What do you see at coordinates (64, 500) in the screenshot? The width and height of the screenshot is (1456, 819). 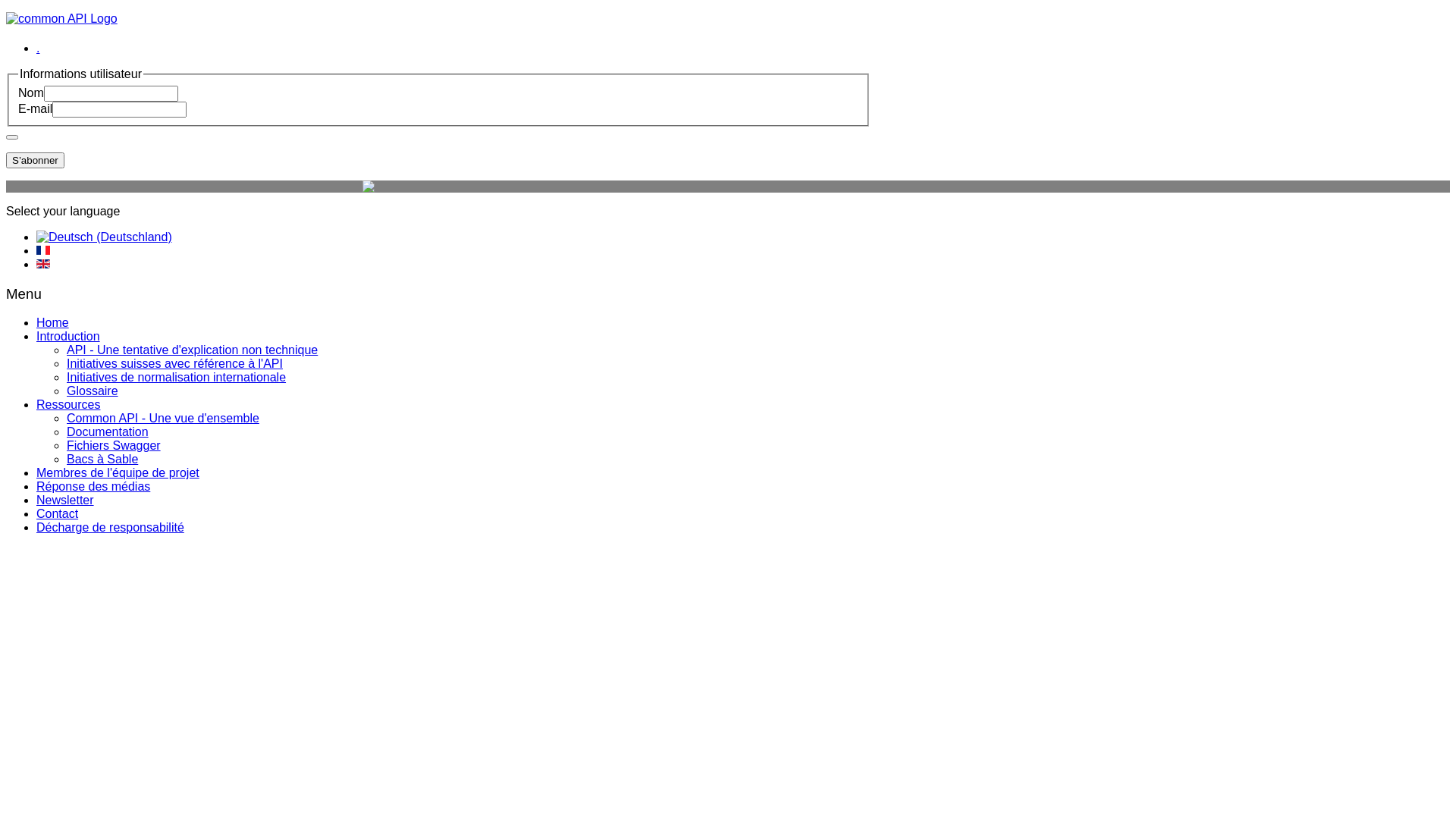 I see `'Newsletter'` at bounding box center [64, 500].